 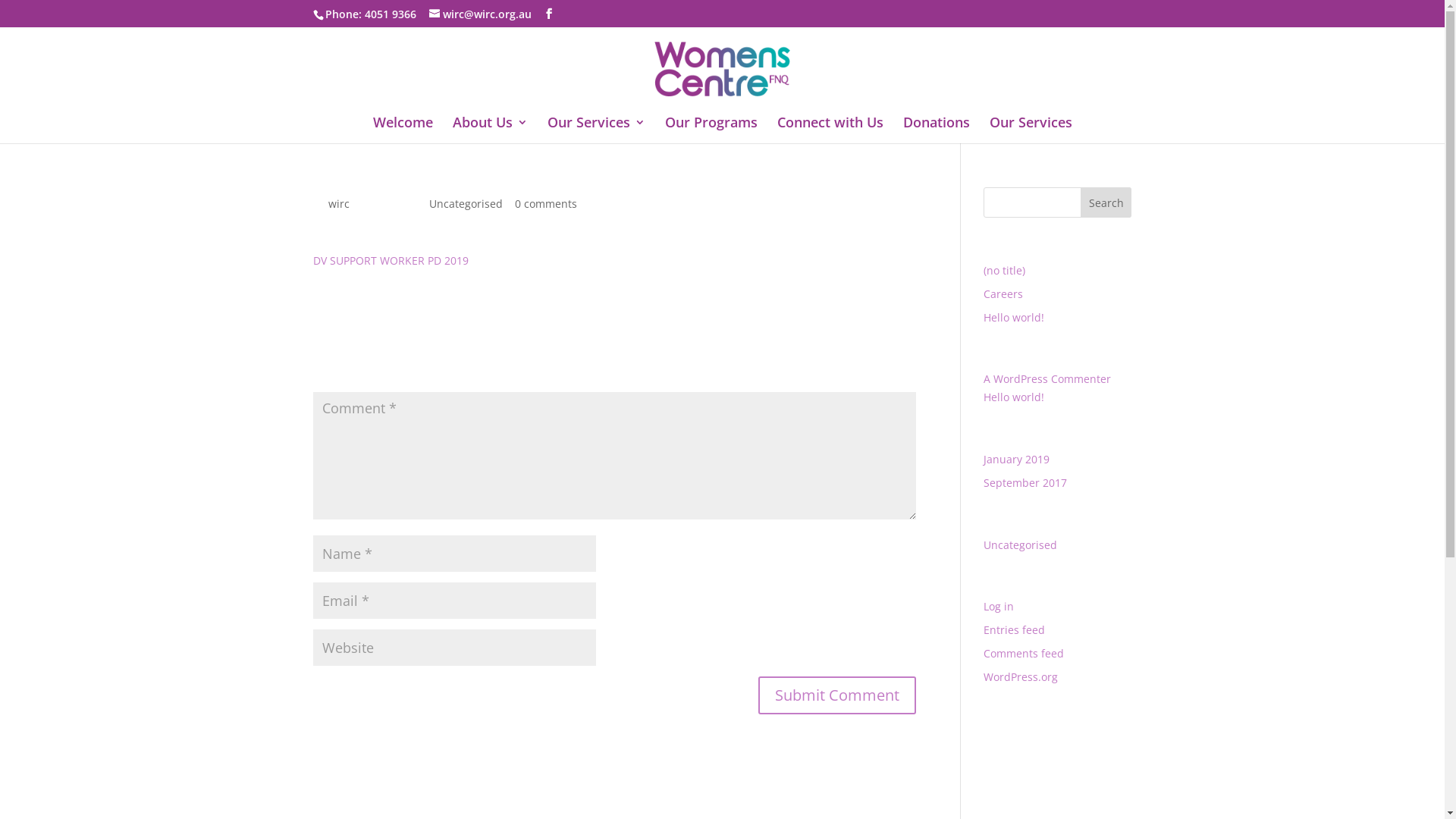 What do you see at coordinates (1020, 676) in the screenshot?
I see `'WordPress.org'` at bounding box center [1020, 676].